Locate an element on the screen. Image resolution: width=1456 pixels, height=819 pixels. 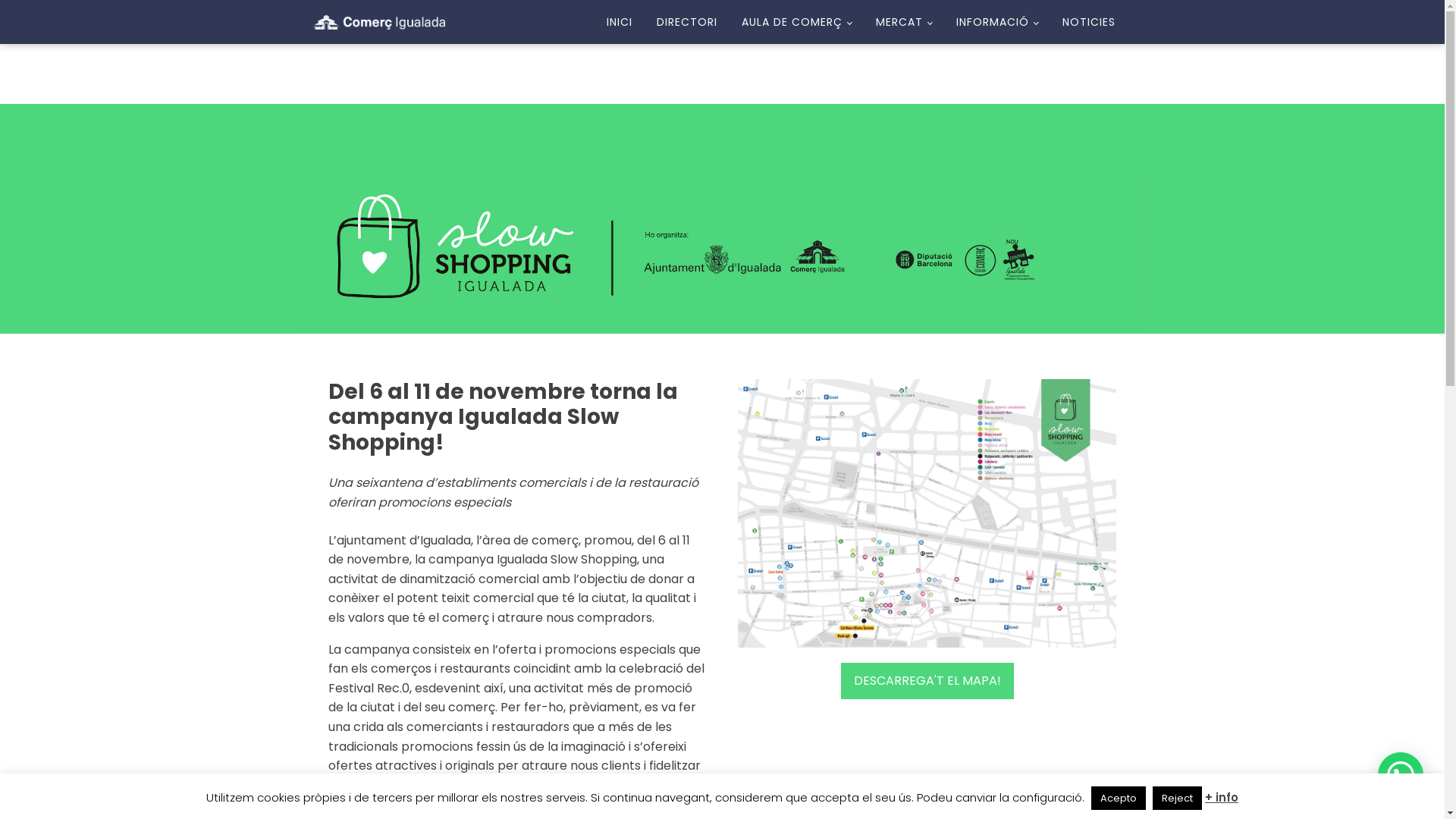
'NOTICIES' is located at coordinates (1087, 22).